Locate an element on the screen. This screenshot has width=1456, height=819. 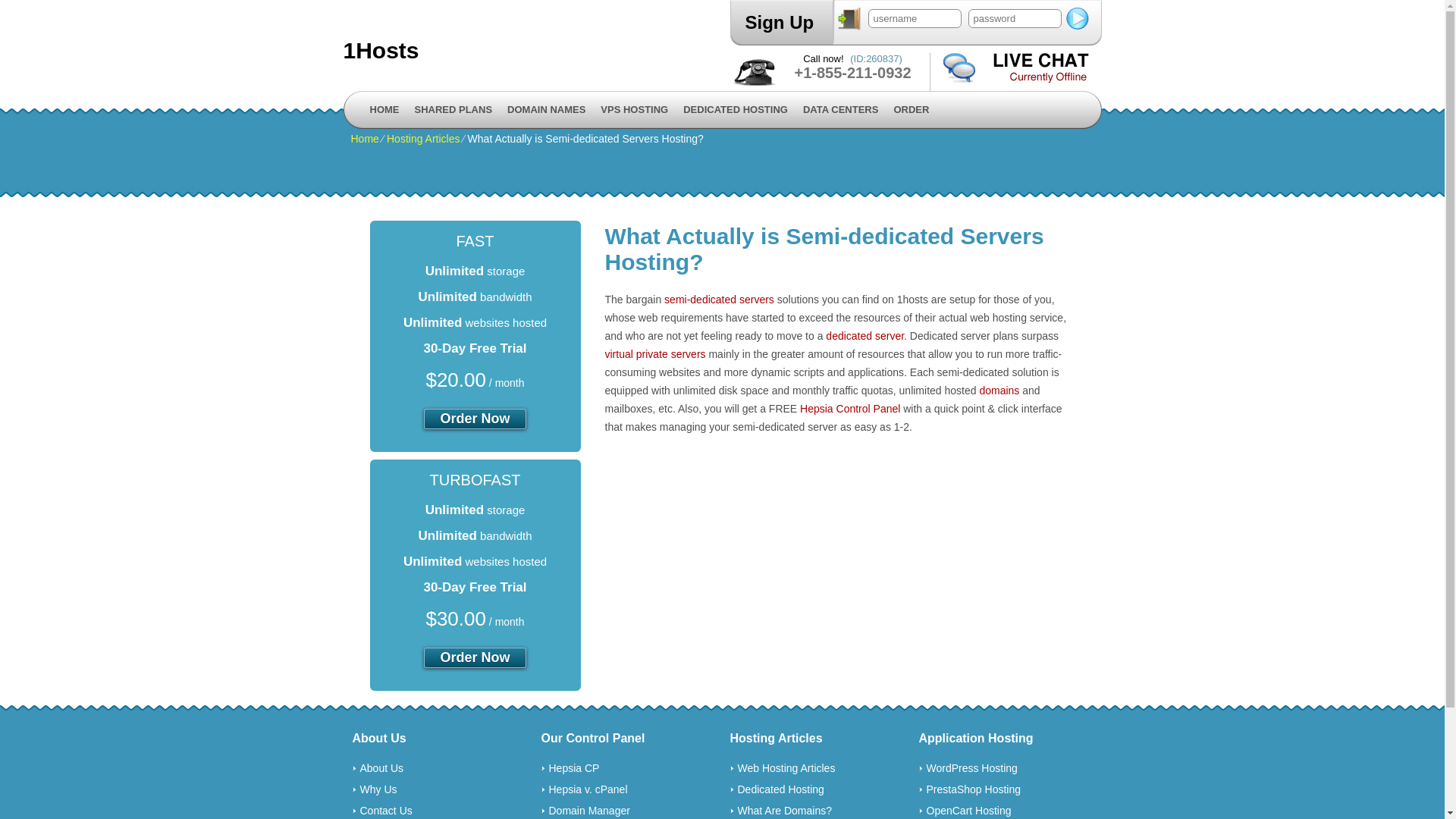
'VPS HOSTING' is located at coordinates (634, 109).